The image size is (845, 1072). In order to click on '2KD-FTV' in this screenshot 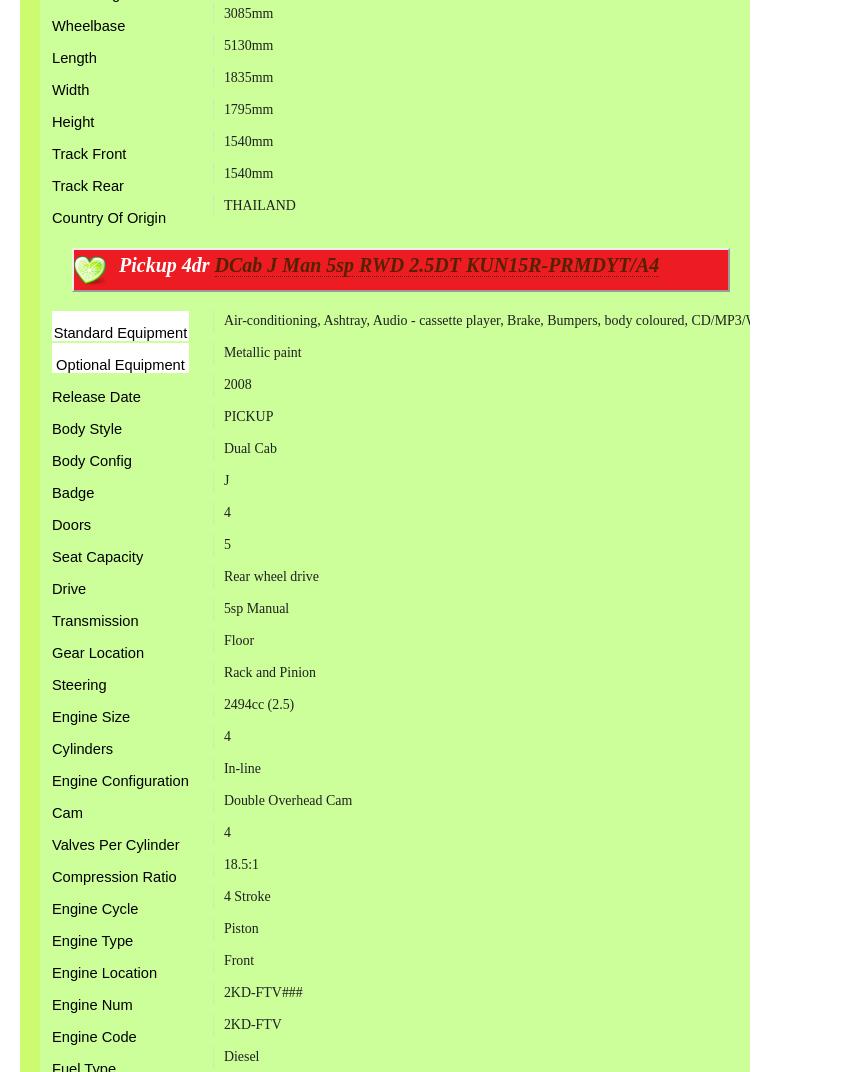, I will do `click(250, 1024)`.